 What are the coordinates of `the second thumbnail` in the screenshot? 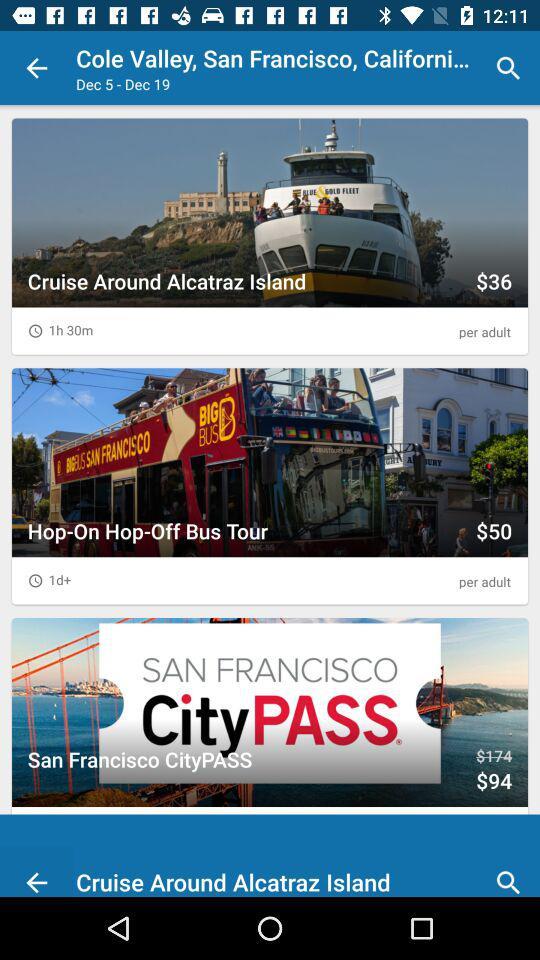 It's located at (270, 485).